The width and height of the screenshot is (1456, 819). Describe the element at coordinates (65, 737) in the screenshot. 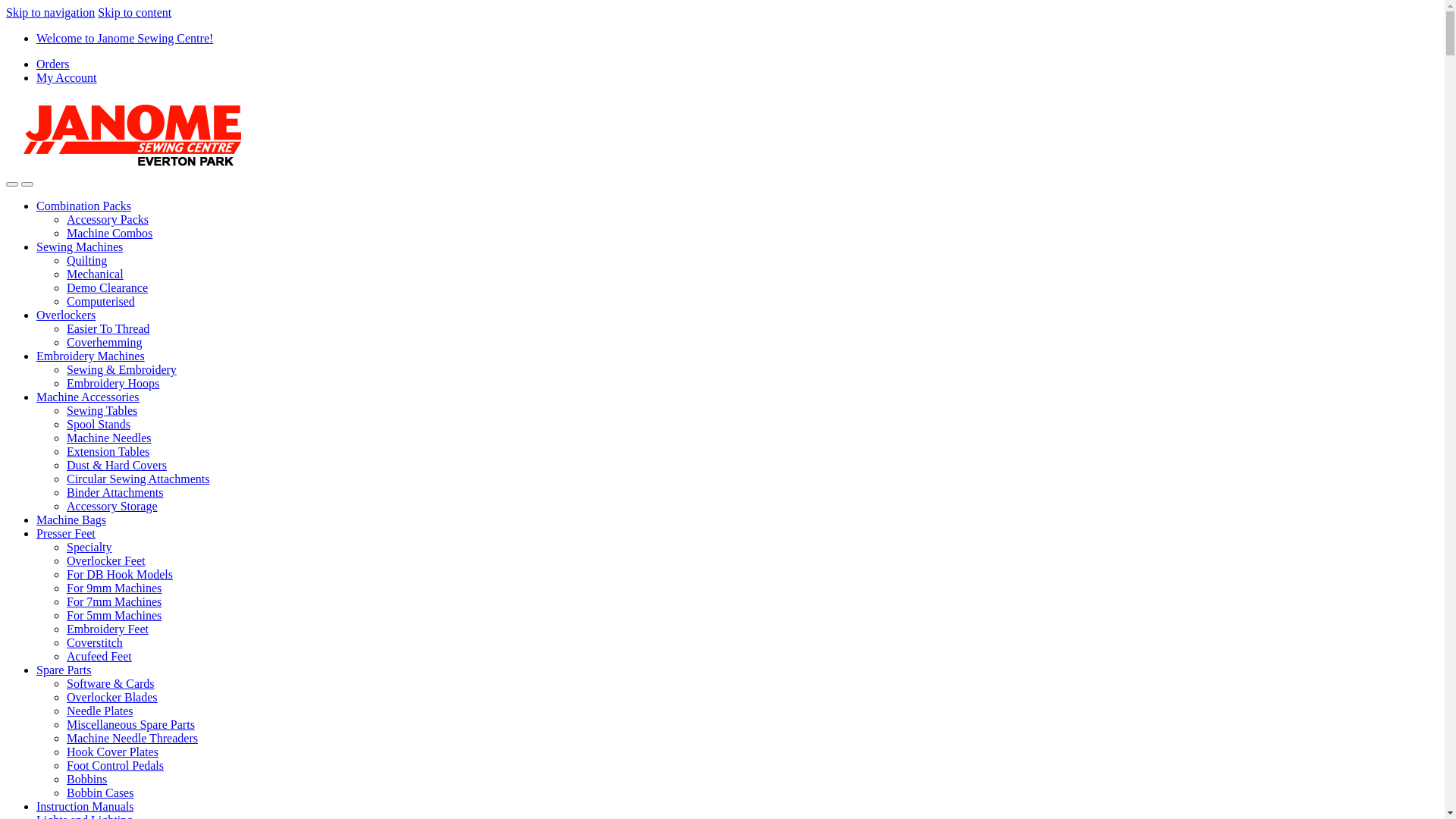

I see `'Machine Needle Threaders'` at that location.